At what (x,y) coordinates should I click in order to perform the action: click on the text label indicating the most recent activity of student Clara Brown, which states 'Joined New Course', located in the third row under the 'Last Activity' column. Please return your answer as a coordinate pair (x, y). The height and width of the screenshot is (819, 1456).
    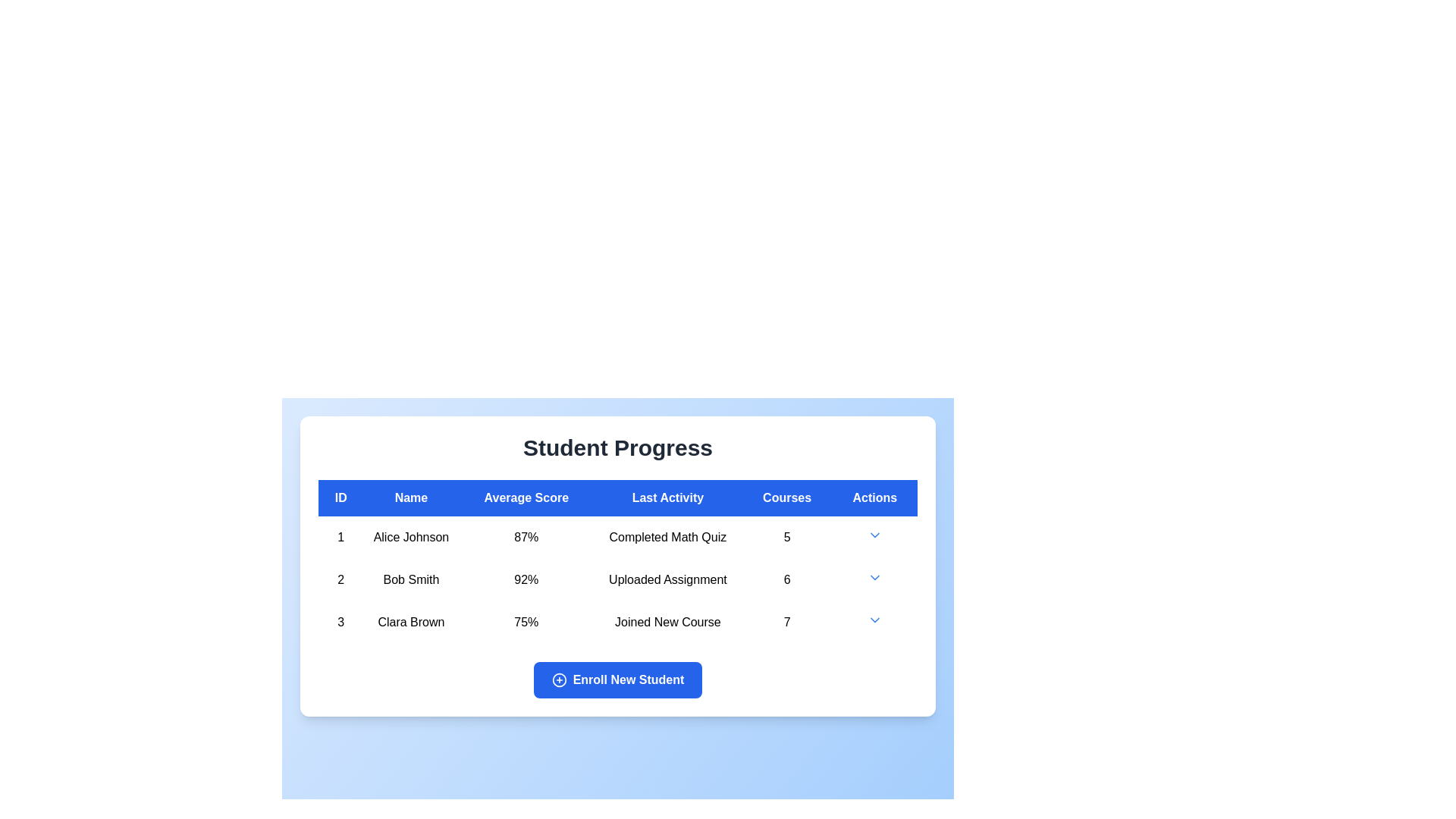
    Looking at the image, I should click on (667, 623).